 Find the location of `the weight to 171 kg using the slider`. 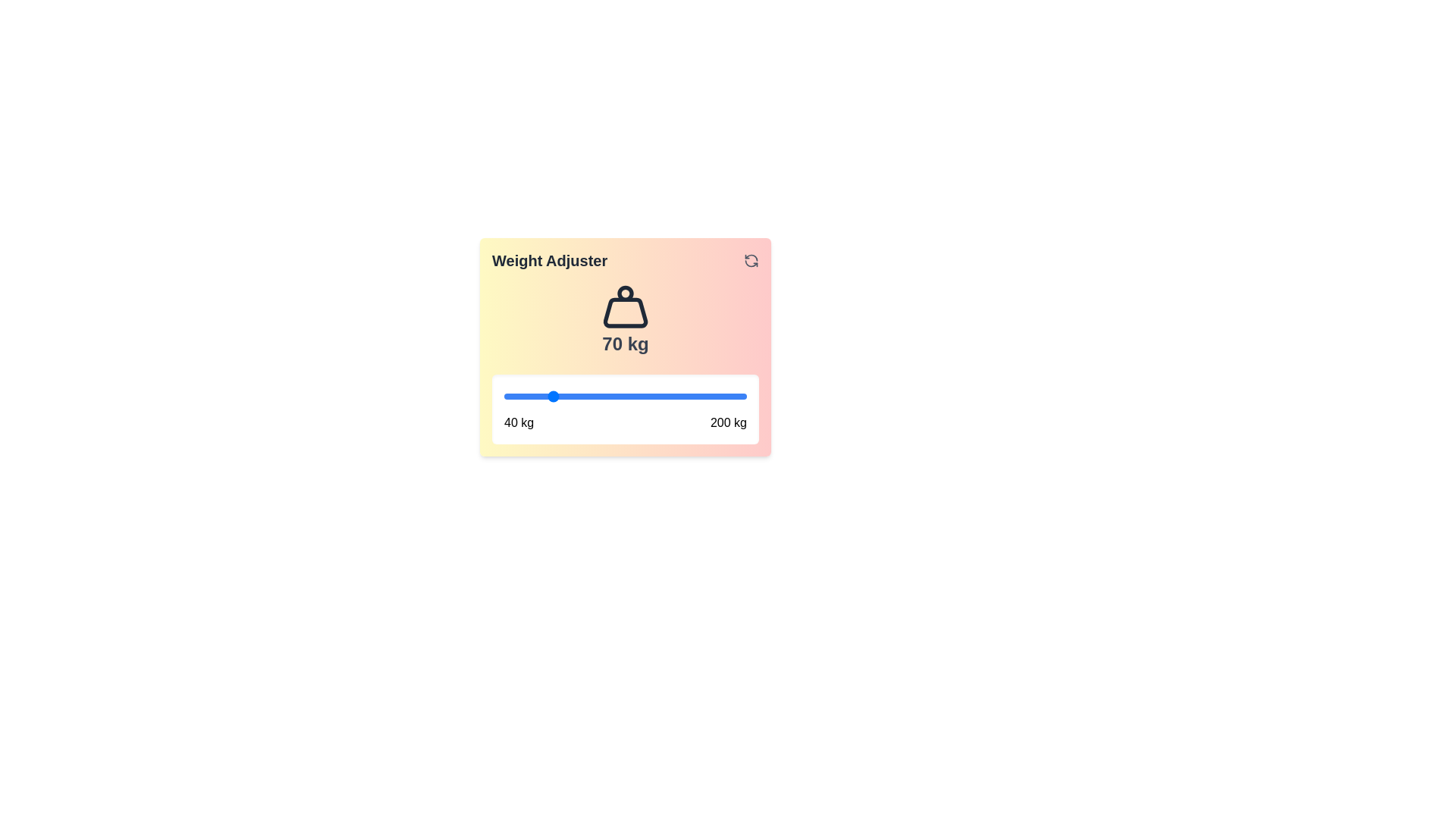

the weight to 171 kg using the slider is located at coordinates (701, 396).